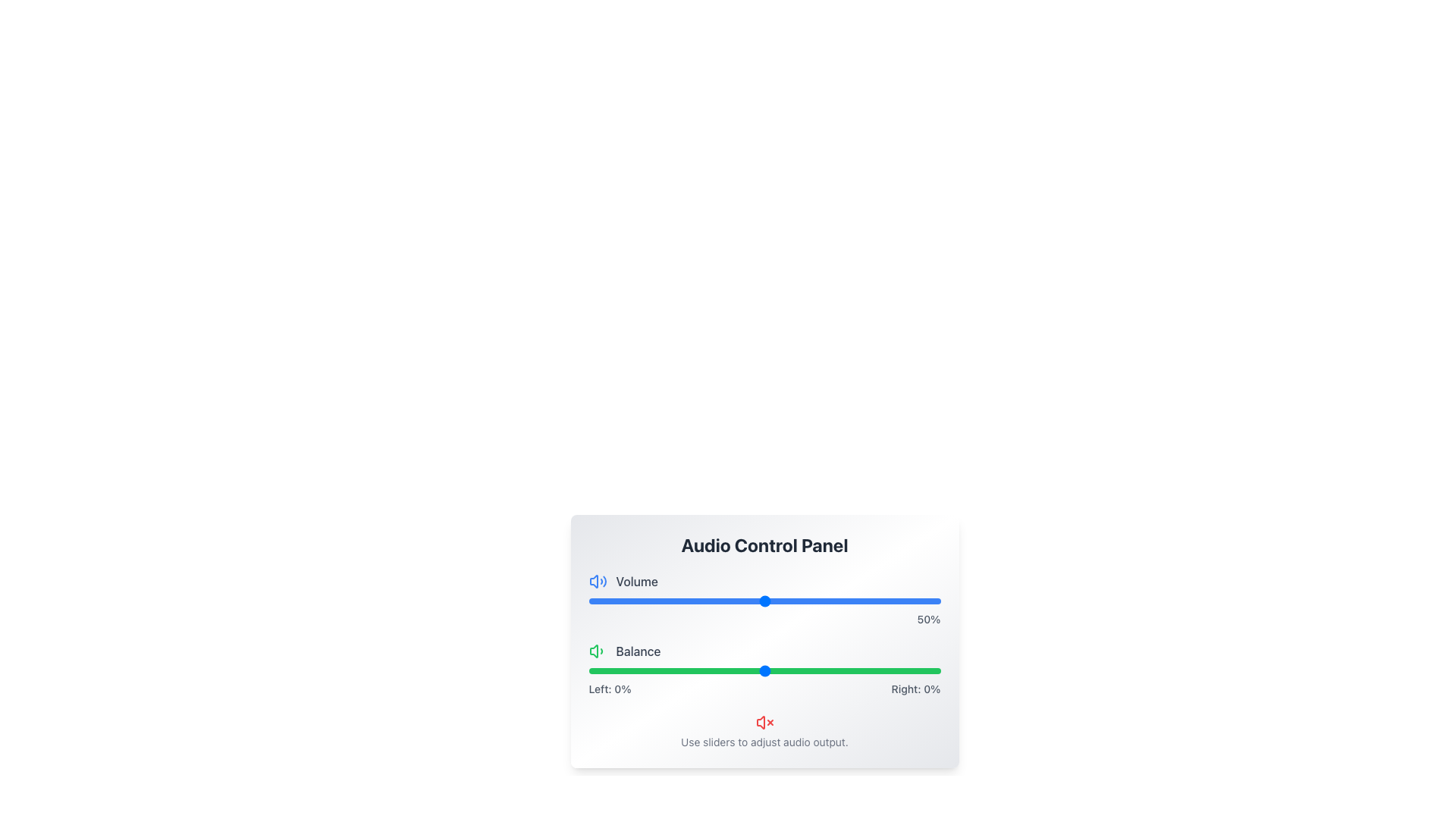  I want to click on text content of the text label displaying 'Left: 0%' and 'Right: 0%' beneath the green 'Balance' slider in the Audio Control Panel, so click(764, 689).